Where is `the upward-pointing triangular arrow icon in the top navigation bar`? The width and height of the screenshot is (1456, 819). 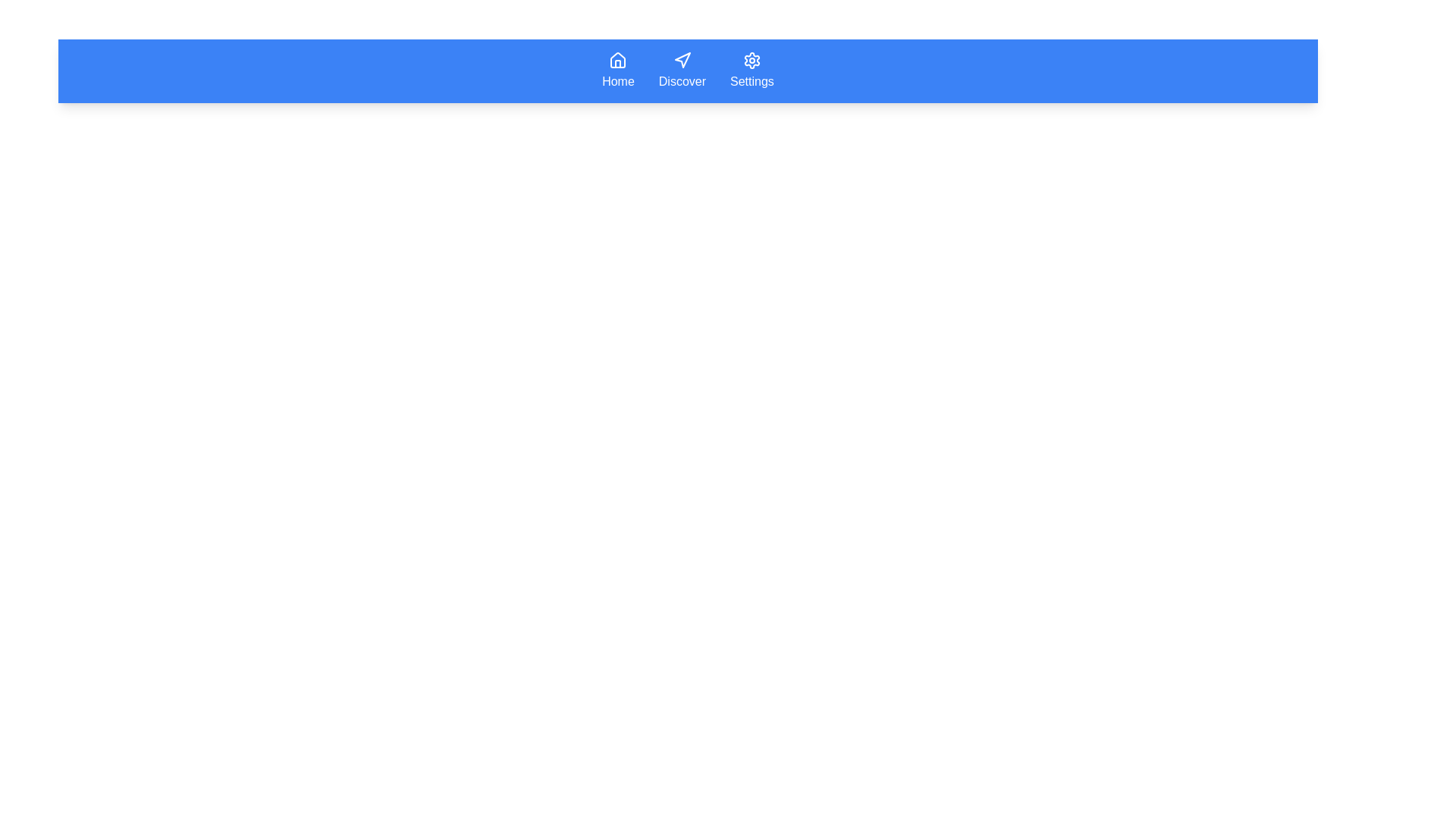
the upward-pointing triangular arrow icon in the top navigation bar is located at coordinates (682, 59).